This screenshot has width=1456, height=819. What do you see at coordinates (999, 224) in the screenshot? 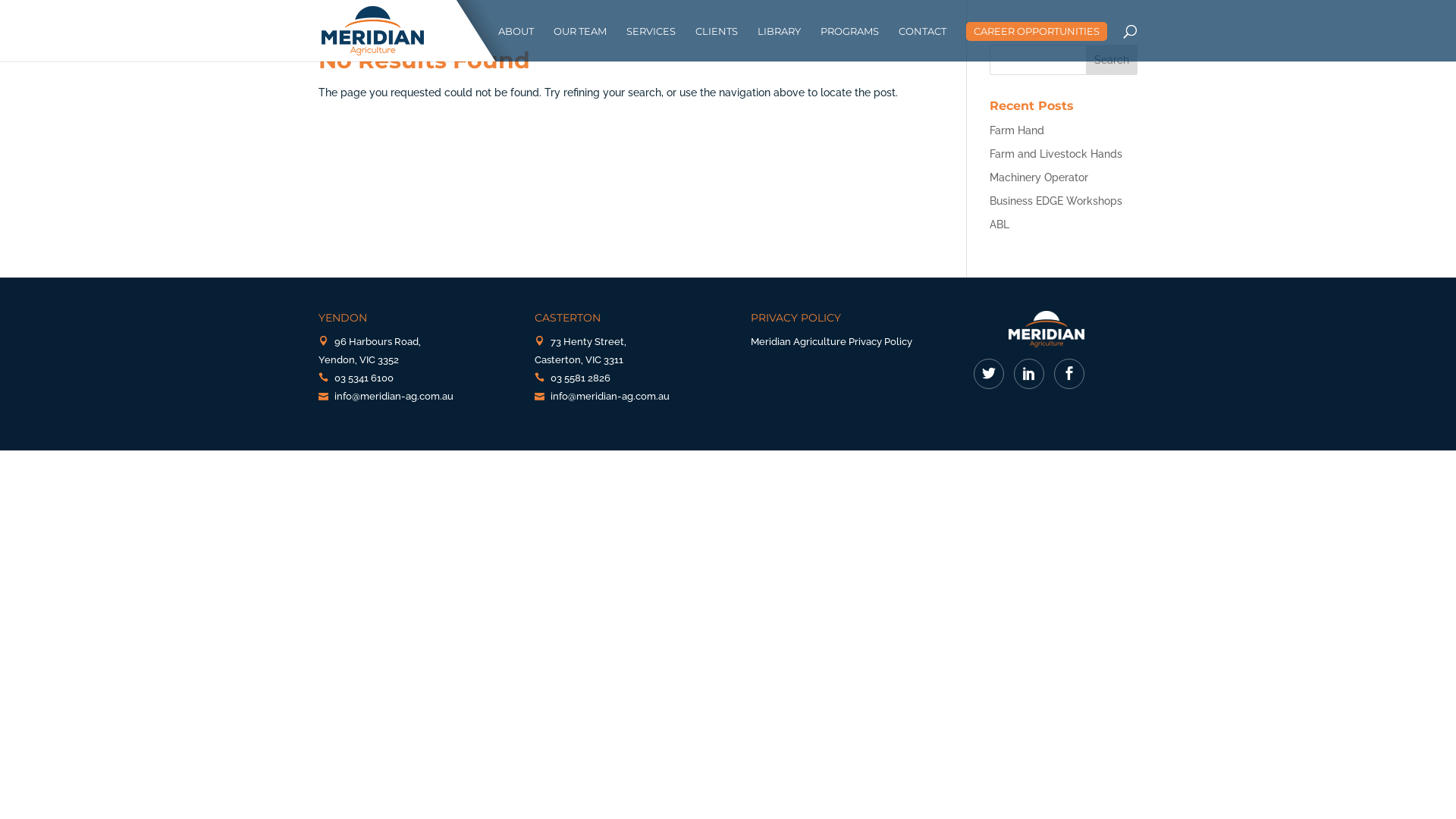
I see `'ABL'` at bounding box center [999, 224].